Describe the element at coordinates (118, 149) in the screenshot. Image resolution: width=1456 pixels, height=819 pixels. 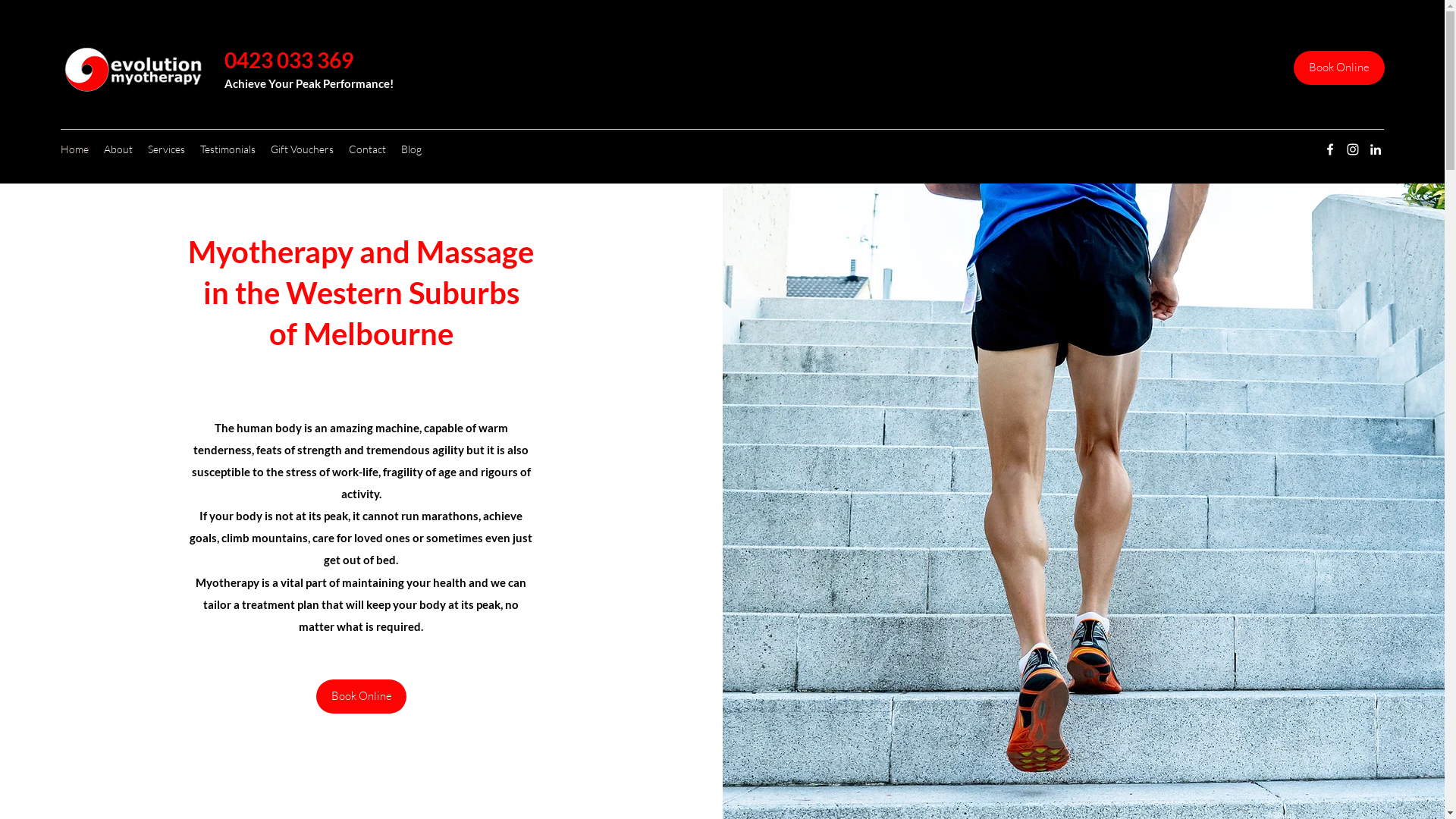
I see `'About'` at that location.